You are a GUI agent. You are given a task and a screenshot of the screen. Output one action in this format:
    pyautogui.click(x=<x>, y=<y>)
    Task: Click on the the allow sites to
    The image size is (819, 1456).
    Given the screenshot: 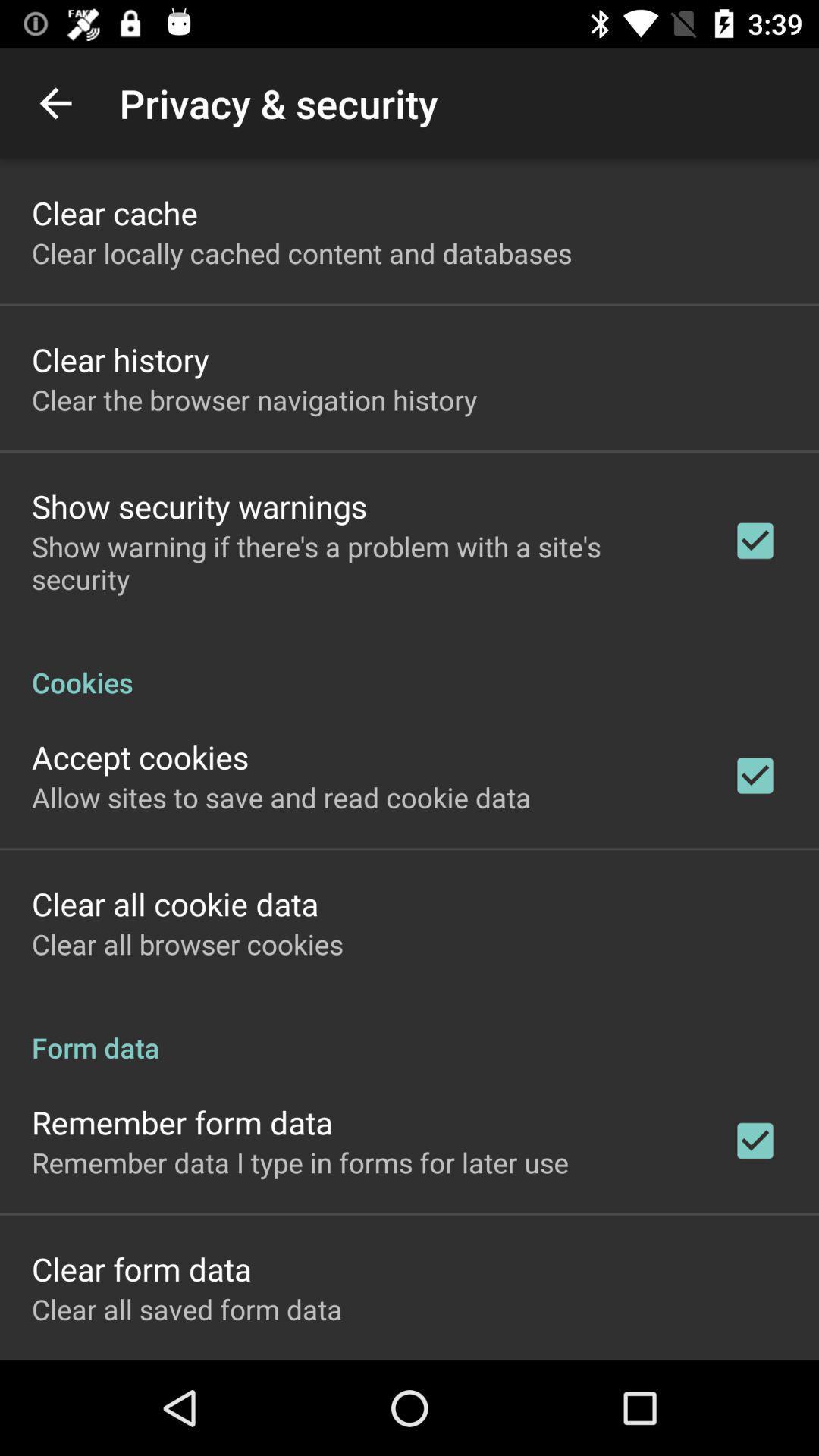 What is the action you would take?
    pyautogui.click(x=281, y=796)
    